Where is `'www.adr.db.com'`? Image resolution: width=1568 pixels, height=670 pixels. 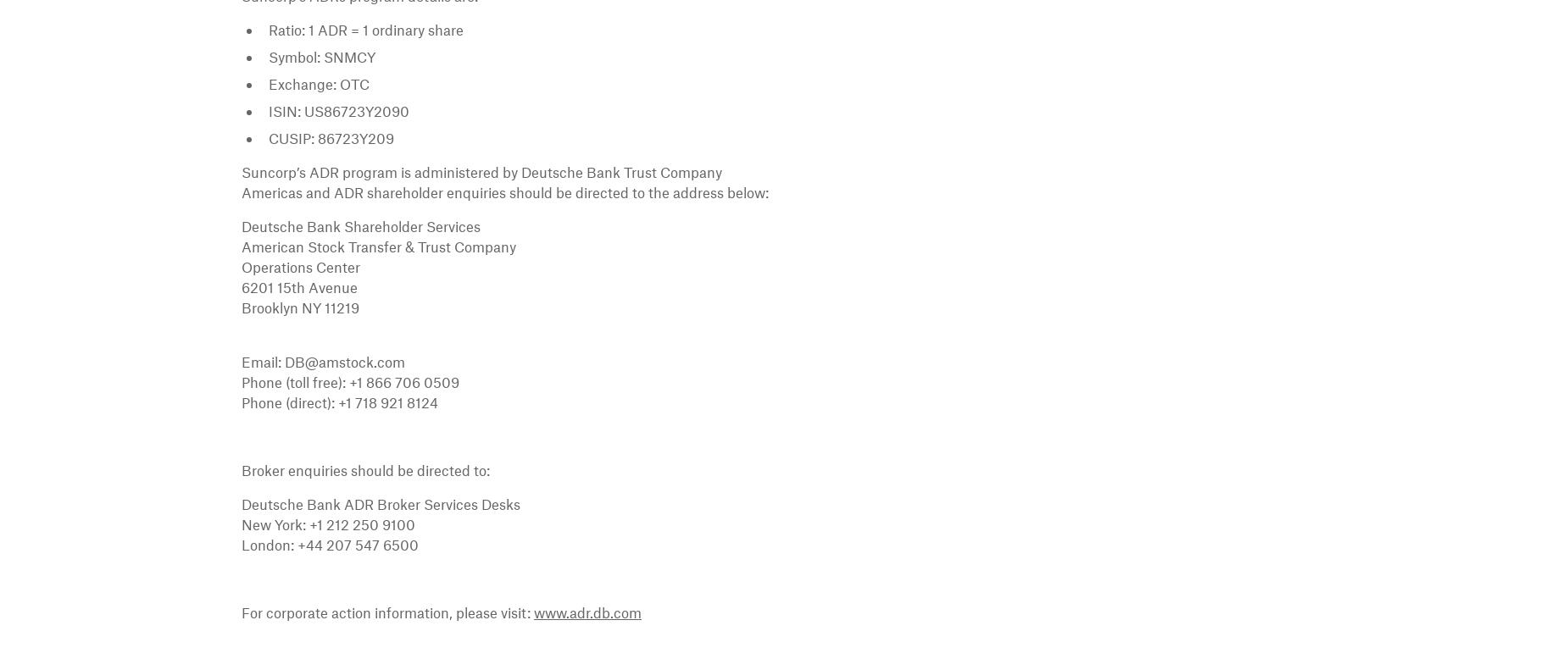 'www.adr.db.com' is located at coordinates (587, 611).